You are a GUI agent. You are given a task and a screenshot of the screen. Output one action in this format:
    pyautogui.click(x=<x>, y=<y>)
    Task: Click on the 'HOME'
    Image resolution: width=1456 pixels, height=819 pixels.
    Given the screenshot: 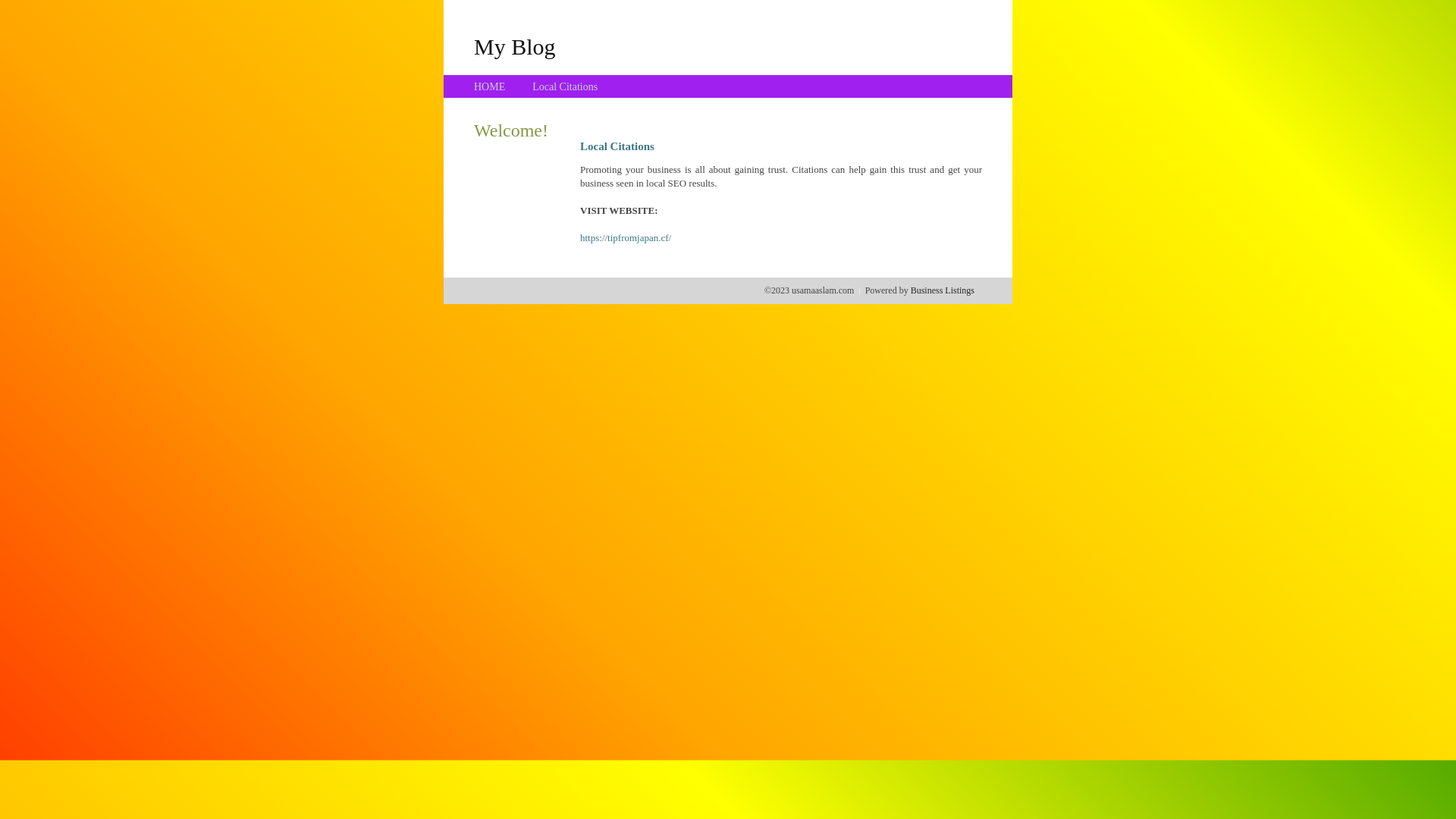 What is the action you would take?
    pyautogui.click(x=489, y=86)
    